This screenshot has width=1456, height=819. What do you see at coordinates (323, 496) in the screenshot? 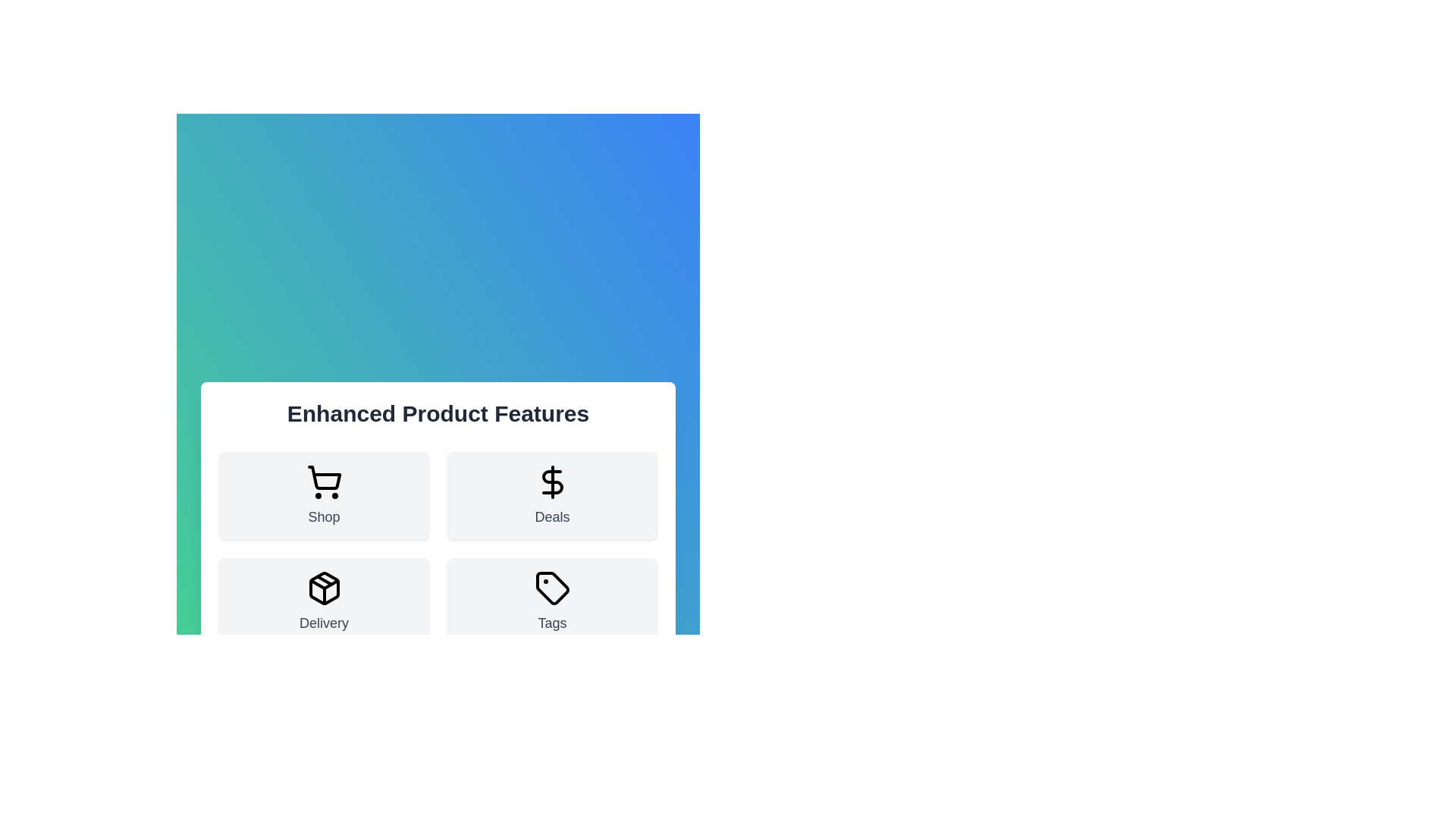
I see `the 'Shop' button, which is a rectangular button with rounded corners, light gray background, and a shopping cart icon above the text` at bounding box center [323, 496].